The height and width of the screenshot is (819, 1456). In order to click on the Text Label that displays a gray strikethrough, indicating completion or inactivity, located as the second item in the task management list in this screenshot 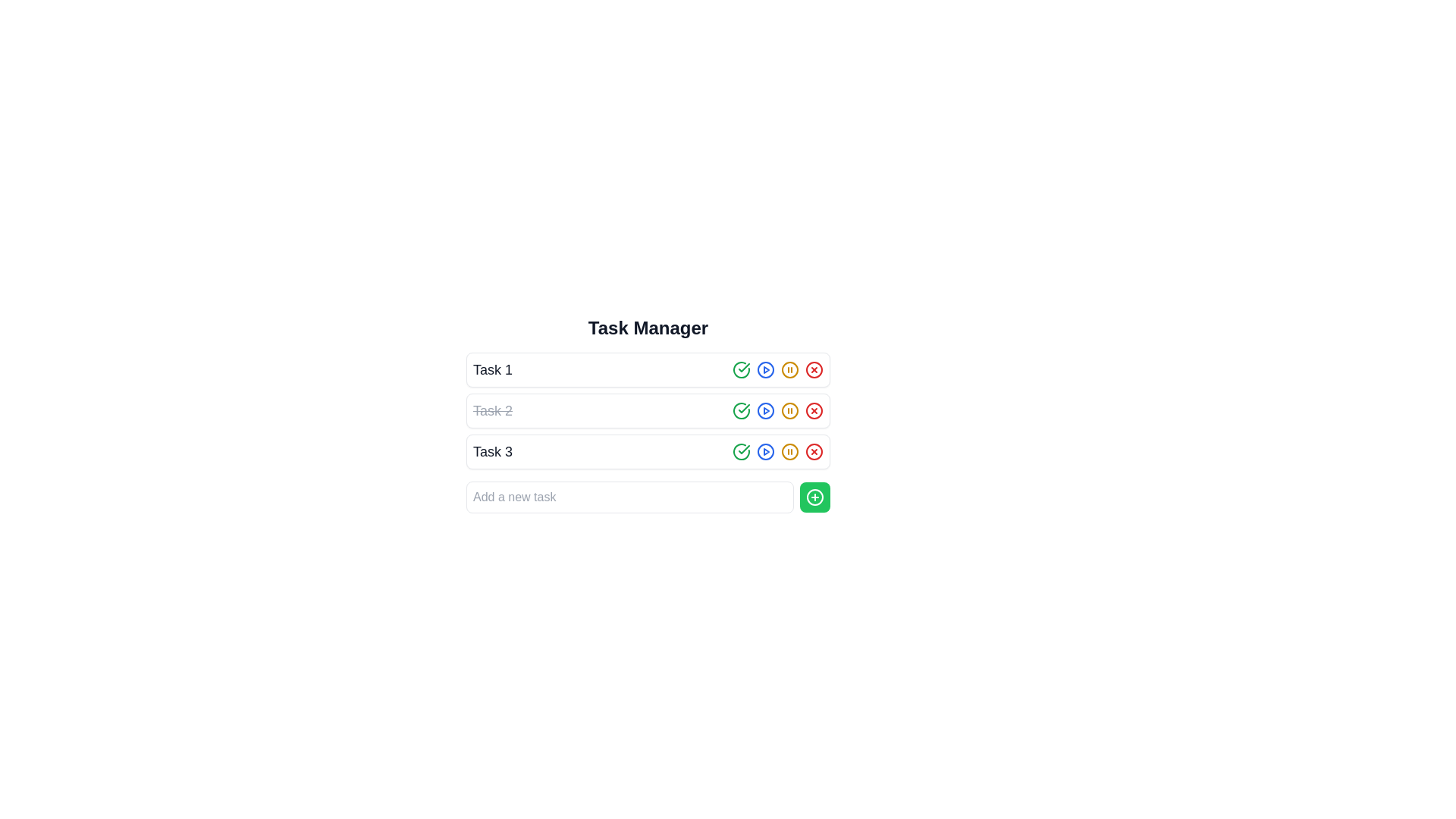, I will do `click(493, 411)`.